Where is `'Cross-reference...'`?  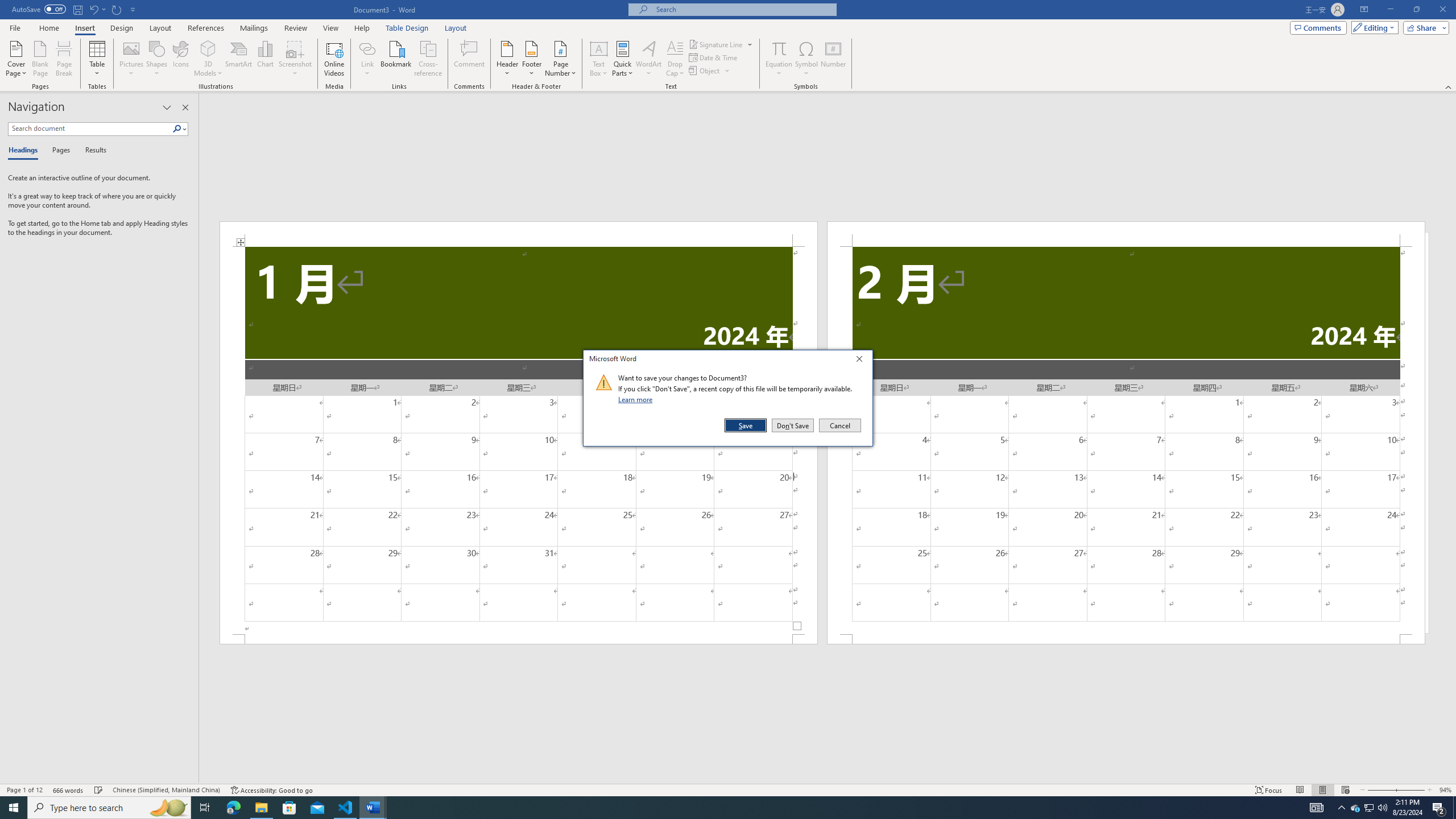
'Cross-reference...' is located at coordinates (428, 59).